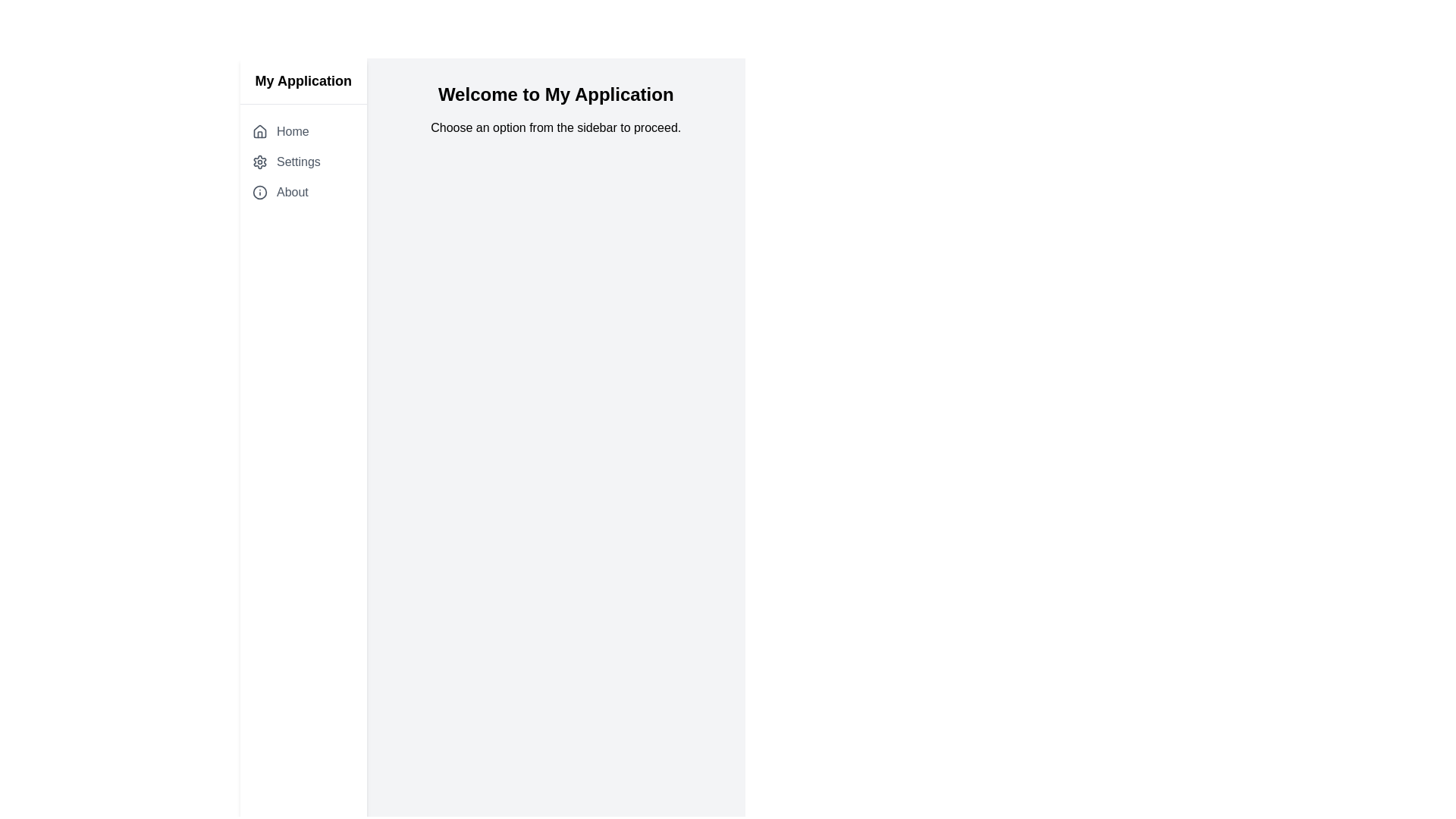 The image size is (1456, 819). I want to click on the 'Home' icon in the sidebar menu, which serves as a visual cue for the 'Home' option and is the first item in the list, so click(259, 130).